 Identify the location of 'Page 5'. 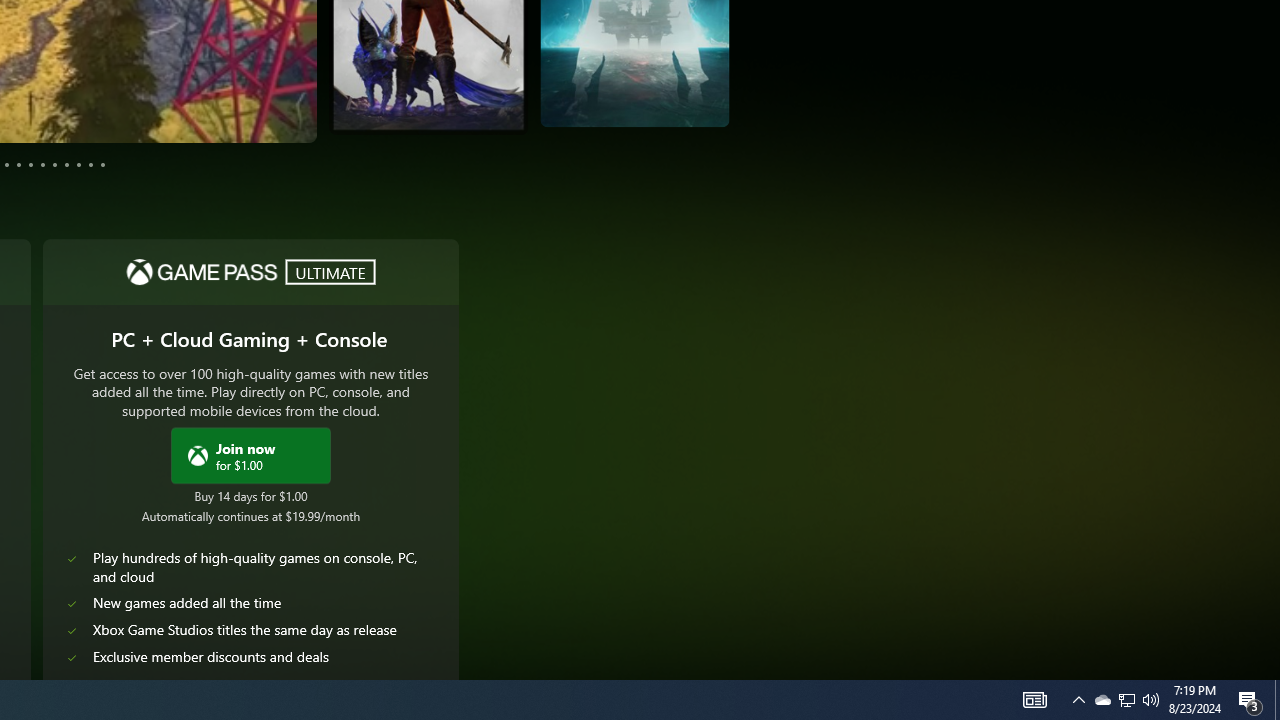
(19, 163).